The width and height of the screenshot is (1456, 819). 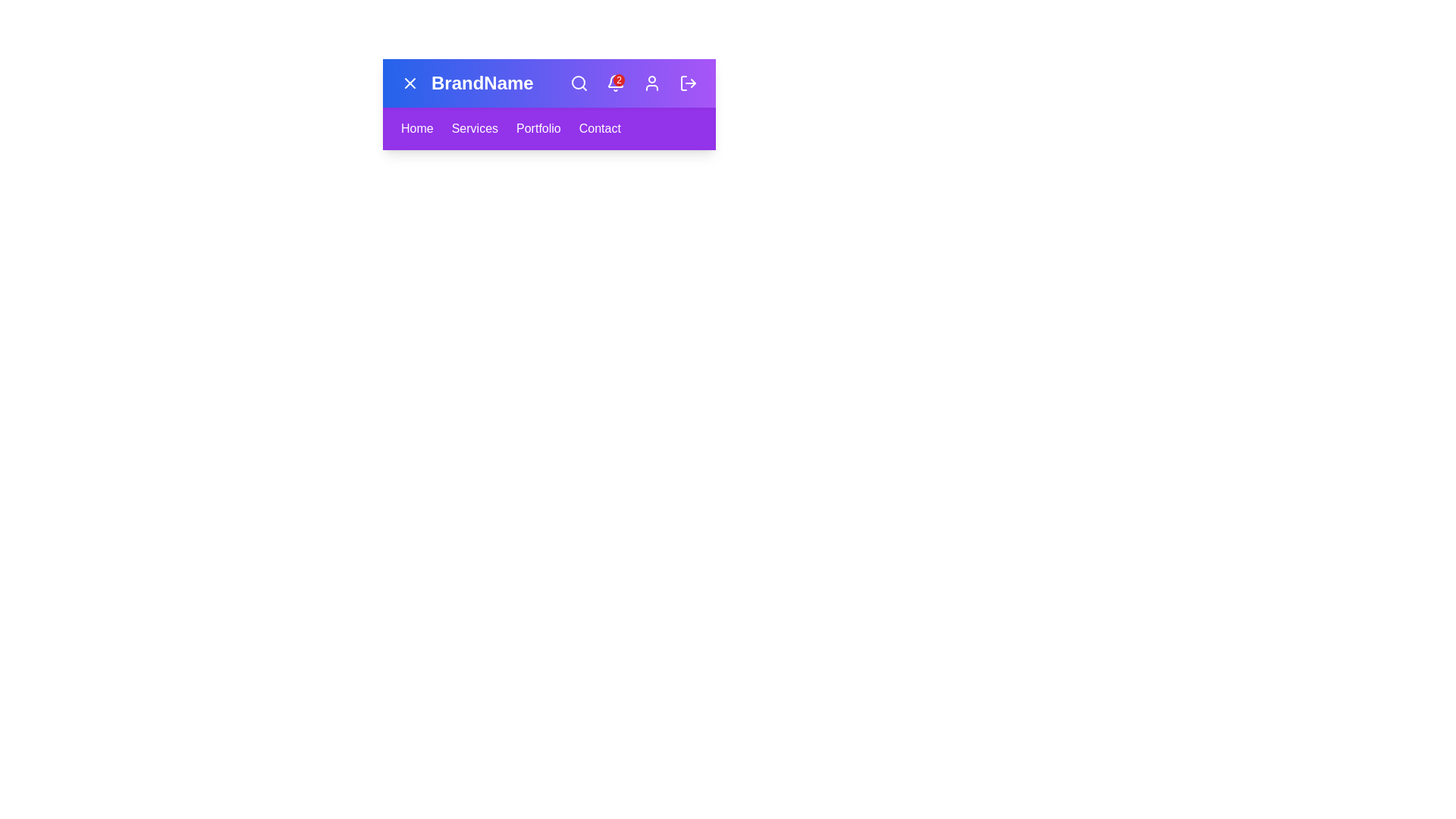 I want to click on the small circular badge with a red background and white text displaying the number '2', located on the top-right corner of the notification bell icon in the navigation bar, so click(x=619, y=80).